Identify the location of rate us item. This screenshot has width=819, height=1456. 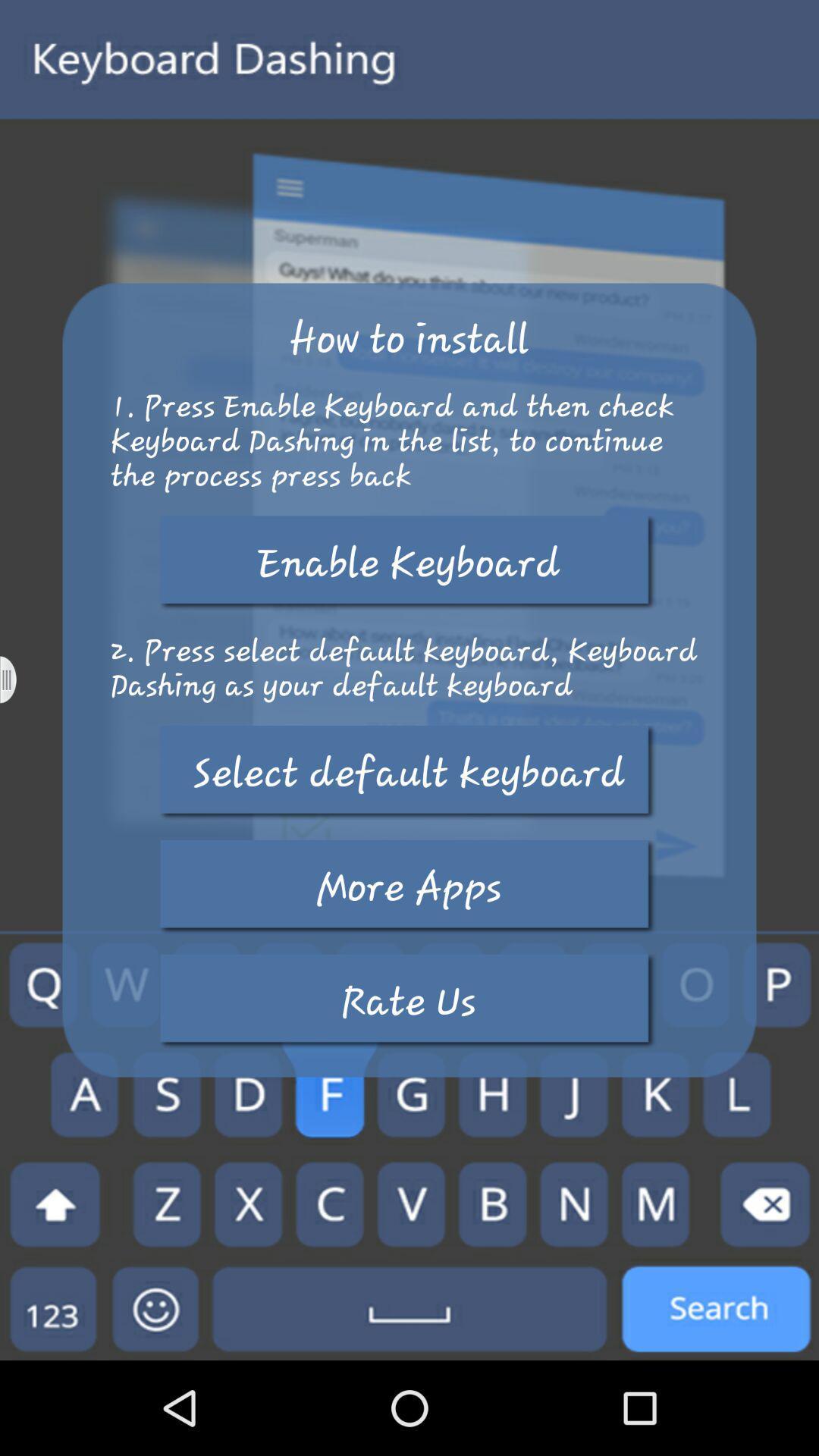
(408, 1001).